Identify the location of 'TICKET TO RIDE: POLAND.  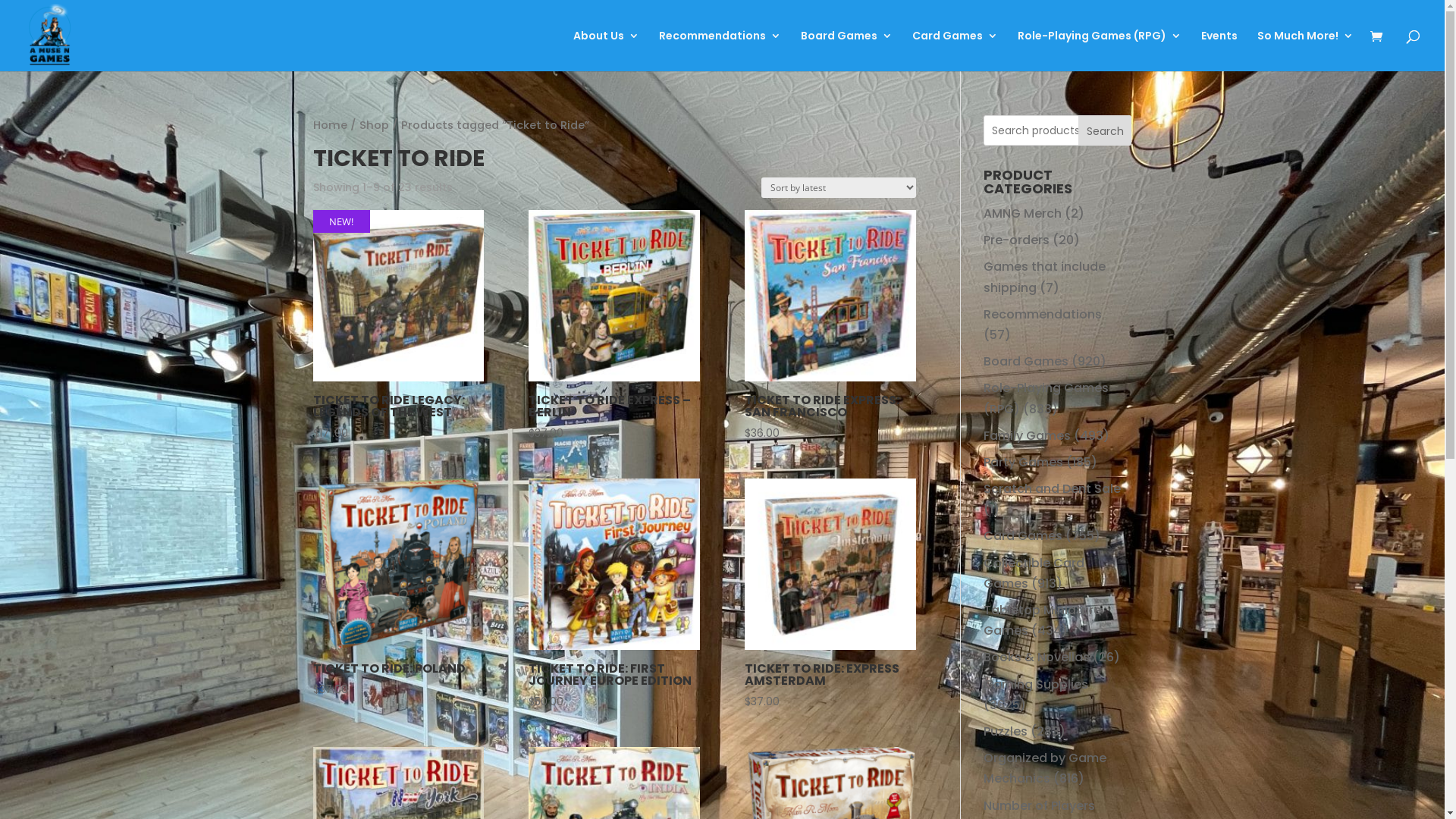
(397, 587).